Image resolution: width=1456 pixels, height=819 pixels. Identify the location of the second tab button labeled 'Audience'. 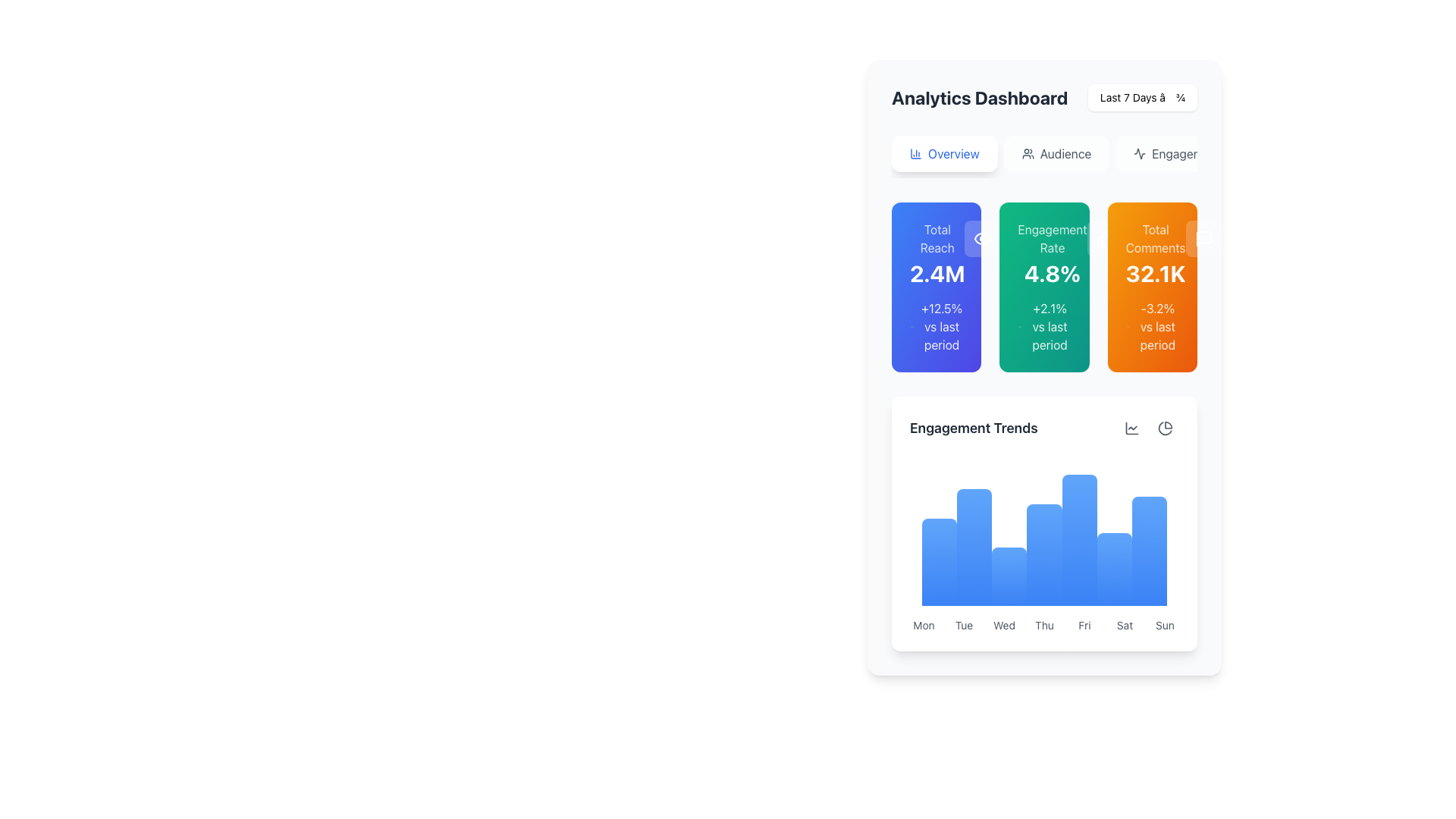
(1043, 157).